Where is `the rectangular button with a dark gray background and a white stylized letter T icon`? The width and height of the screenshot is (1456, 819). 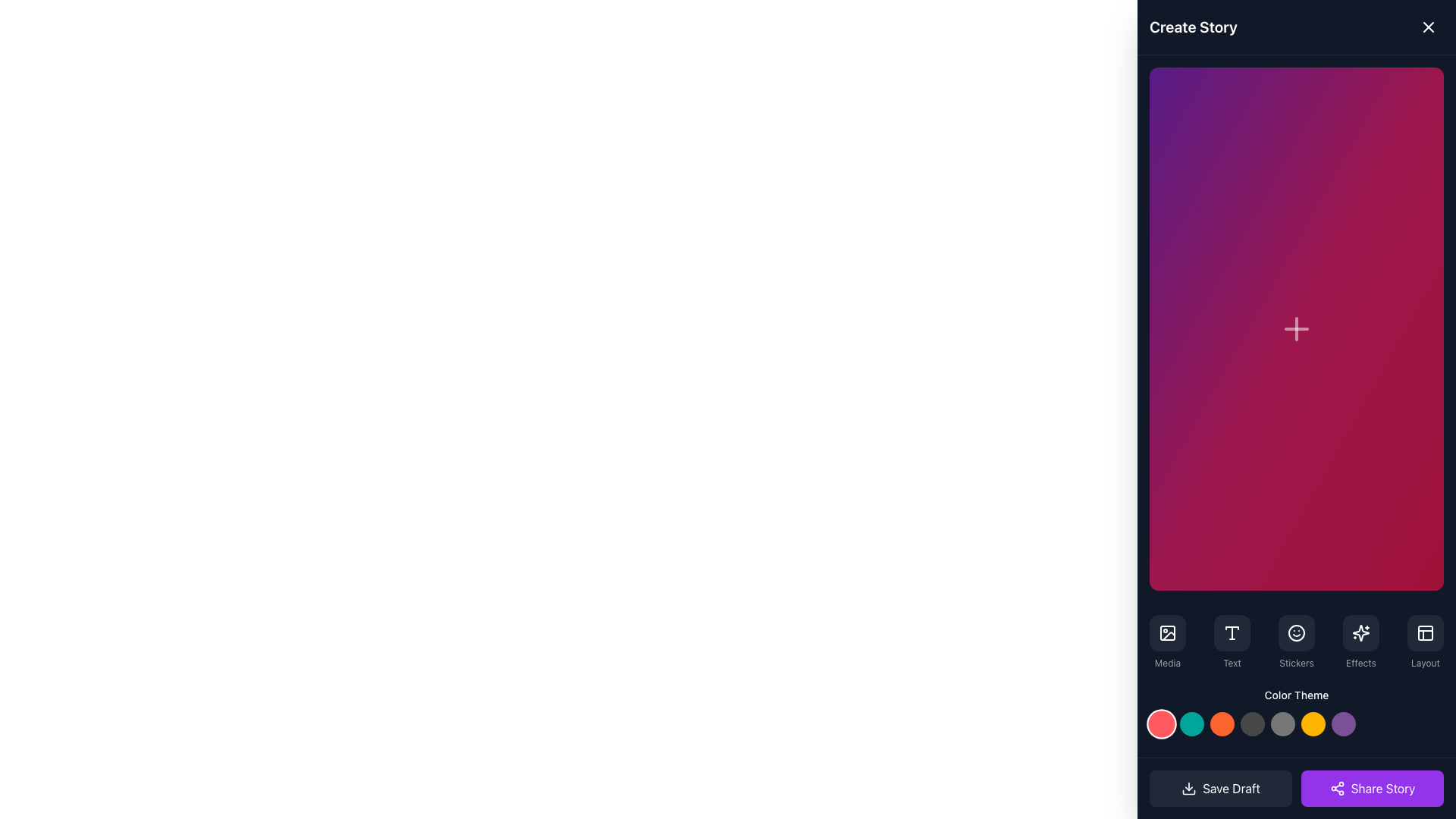
the rectangular button with a dark gray background and a white stylized letter T icon is located at coordinates (1232, 632).